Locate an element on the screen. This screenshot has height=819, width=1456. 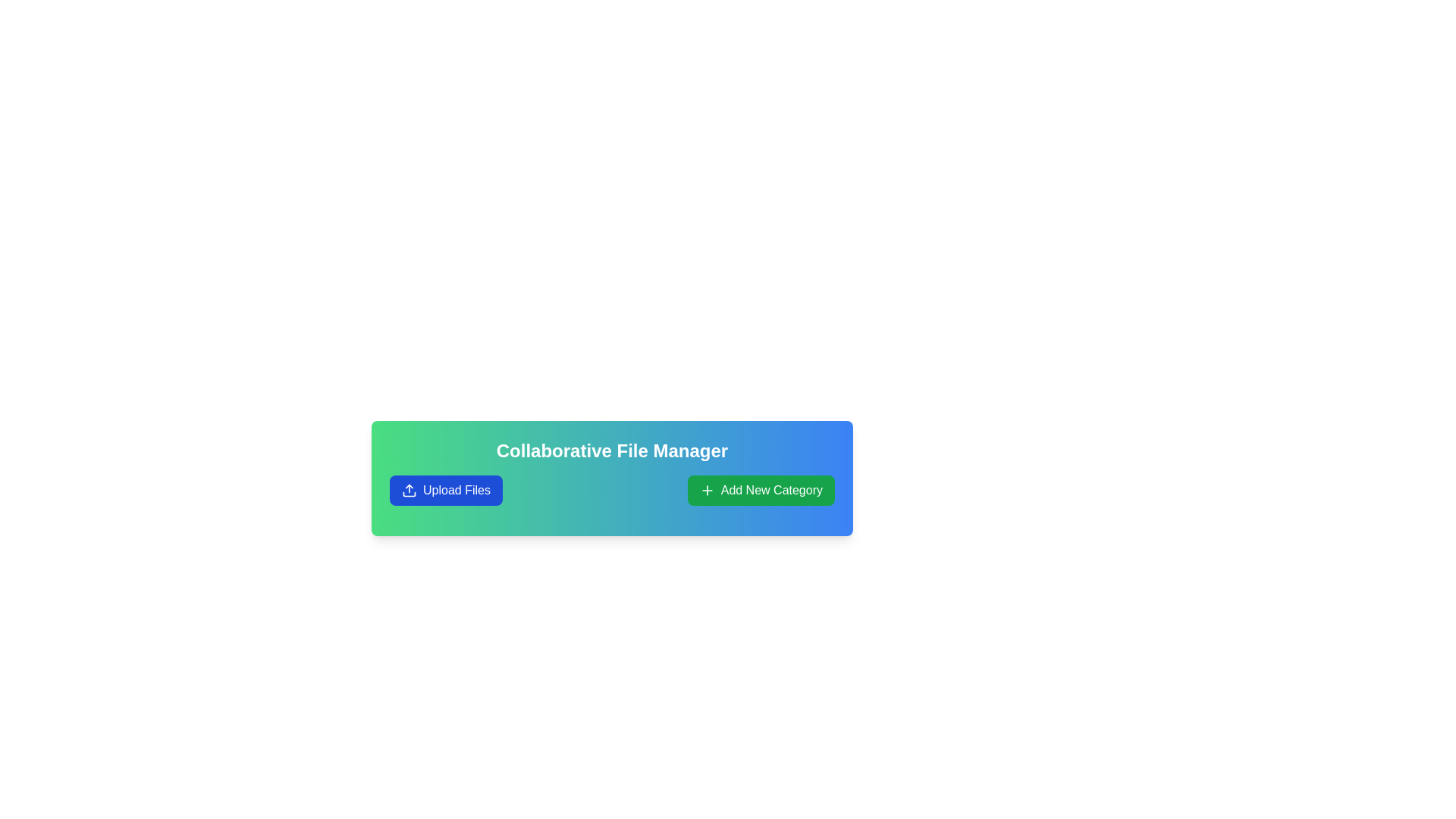
the green button labeled 'Add New Category' with a plus icon is located at coordinates (761, 491).